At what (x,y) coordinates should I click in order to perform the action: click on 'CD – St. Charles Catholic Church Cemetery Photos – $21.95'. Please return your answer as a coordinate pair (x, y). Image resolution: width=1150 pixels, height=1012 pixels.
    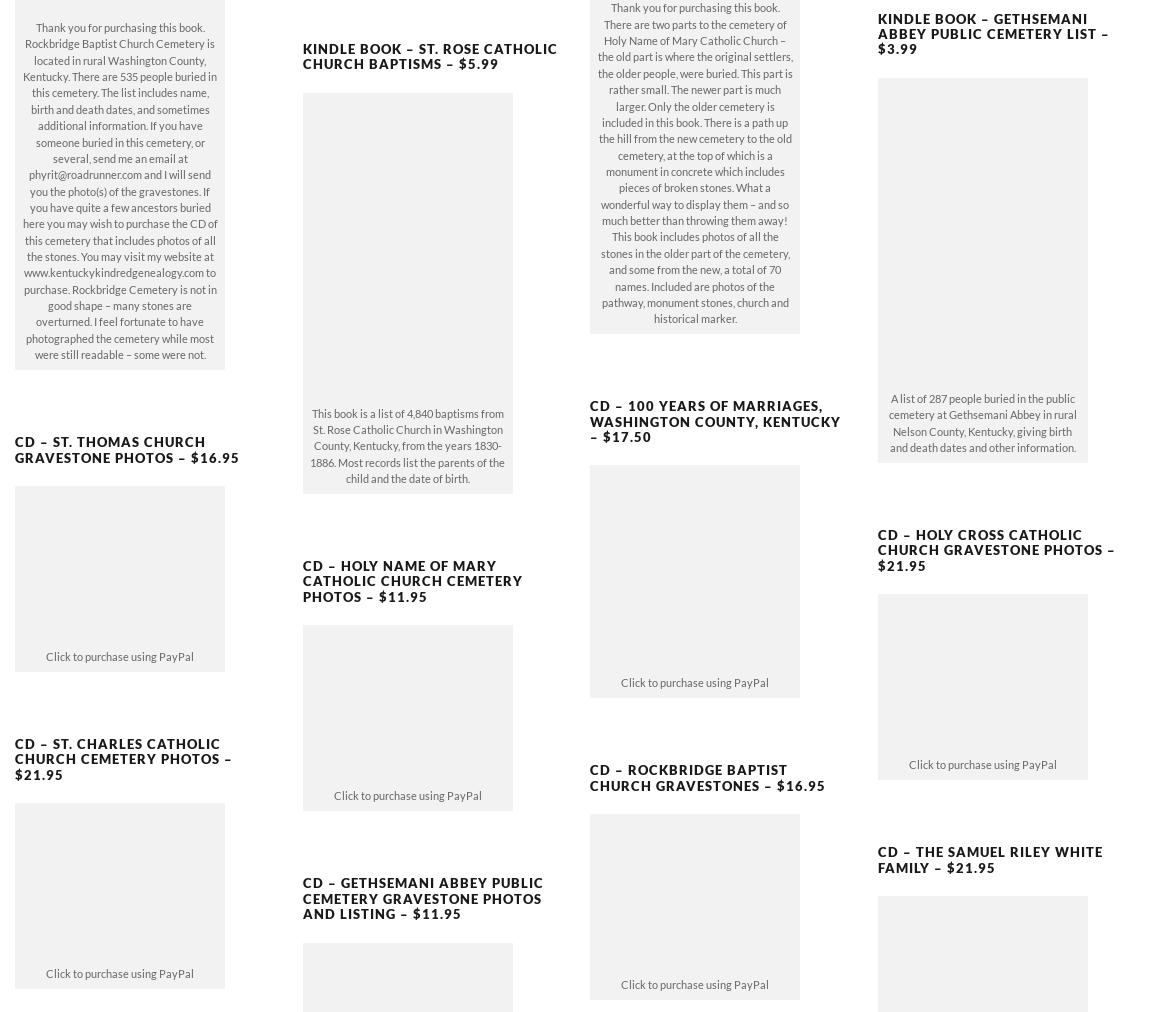
    Looking at the image, I should click on (122, 725).